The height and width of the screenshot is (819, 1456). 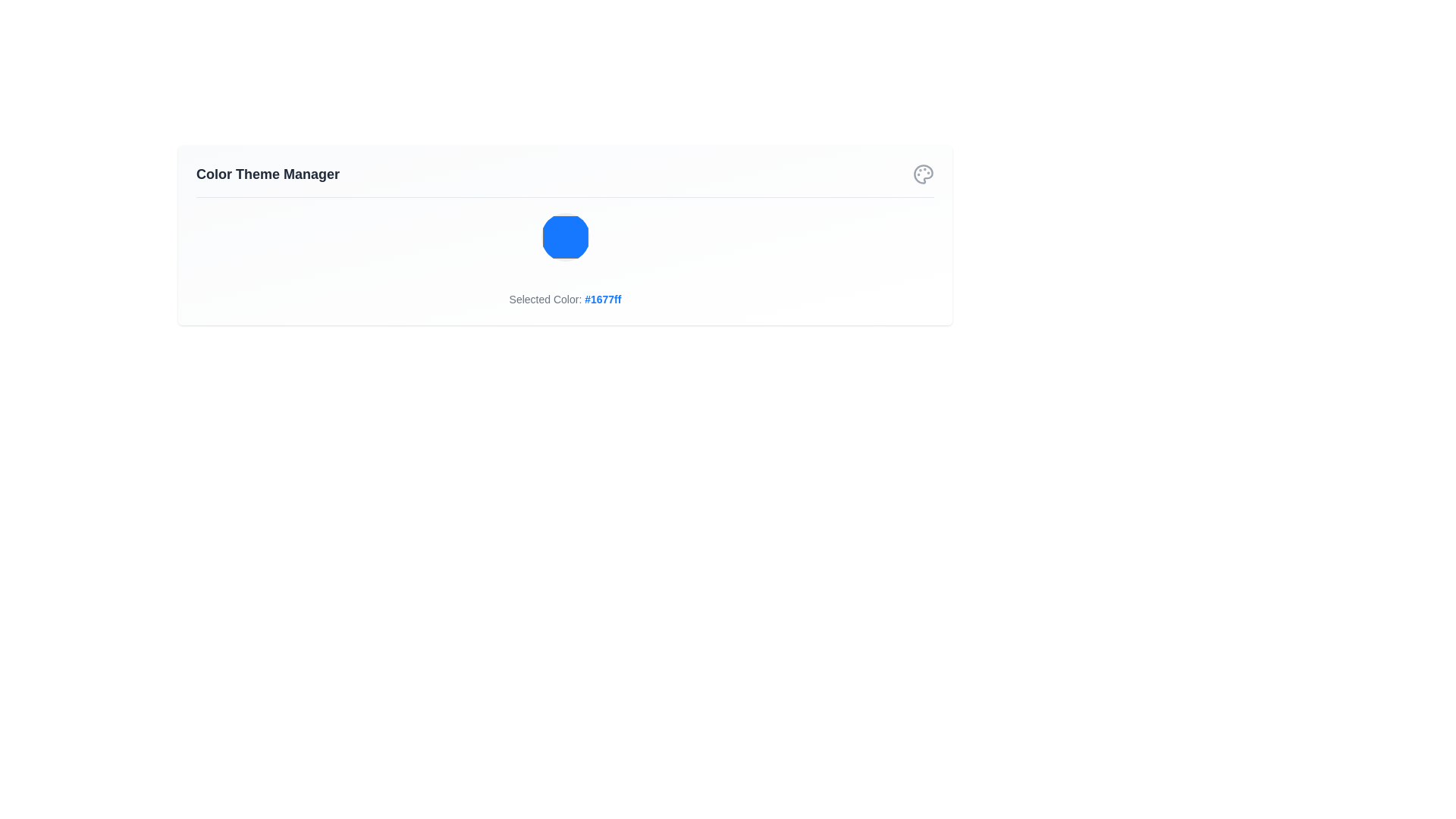 What do you see at coordinates (923, 174) in the screenshot?
I see `the palette icon in the top-right corner of the interface` at bounding box center [923, 174].